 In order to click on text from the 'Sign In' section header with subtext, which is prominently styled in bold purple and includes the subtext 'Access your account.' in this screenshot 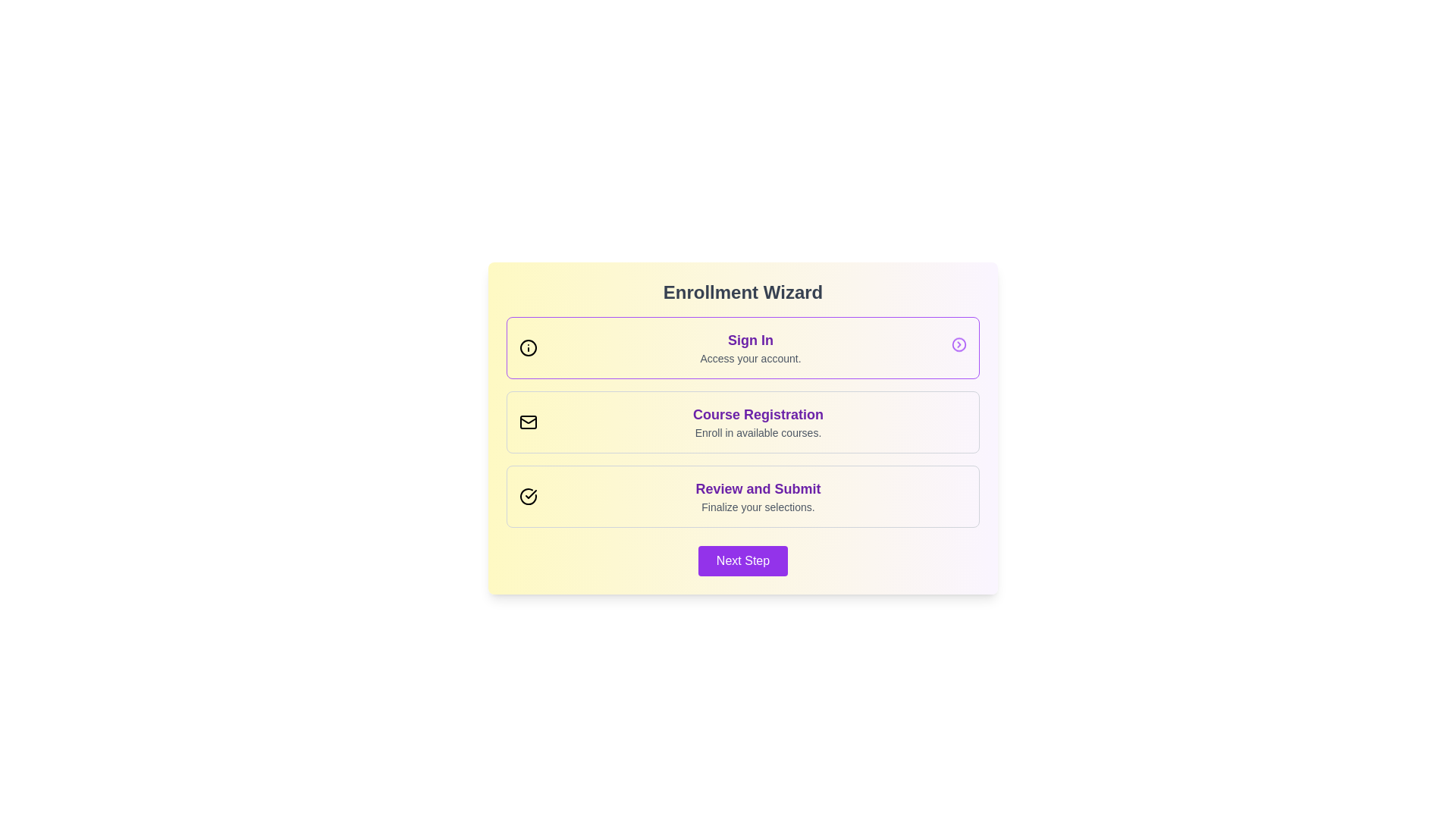, I will do `click(750, 348)`.